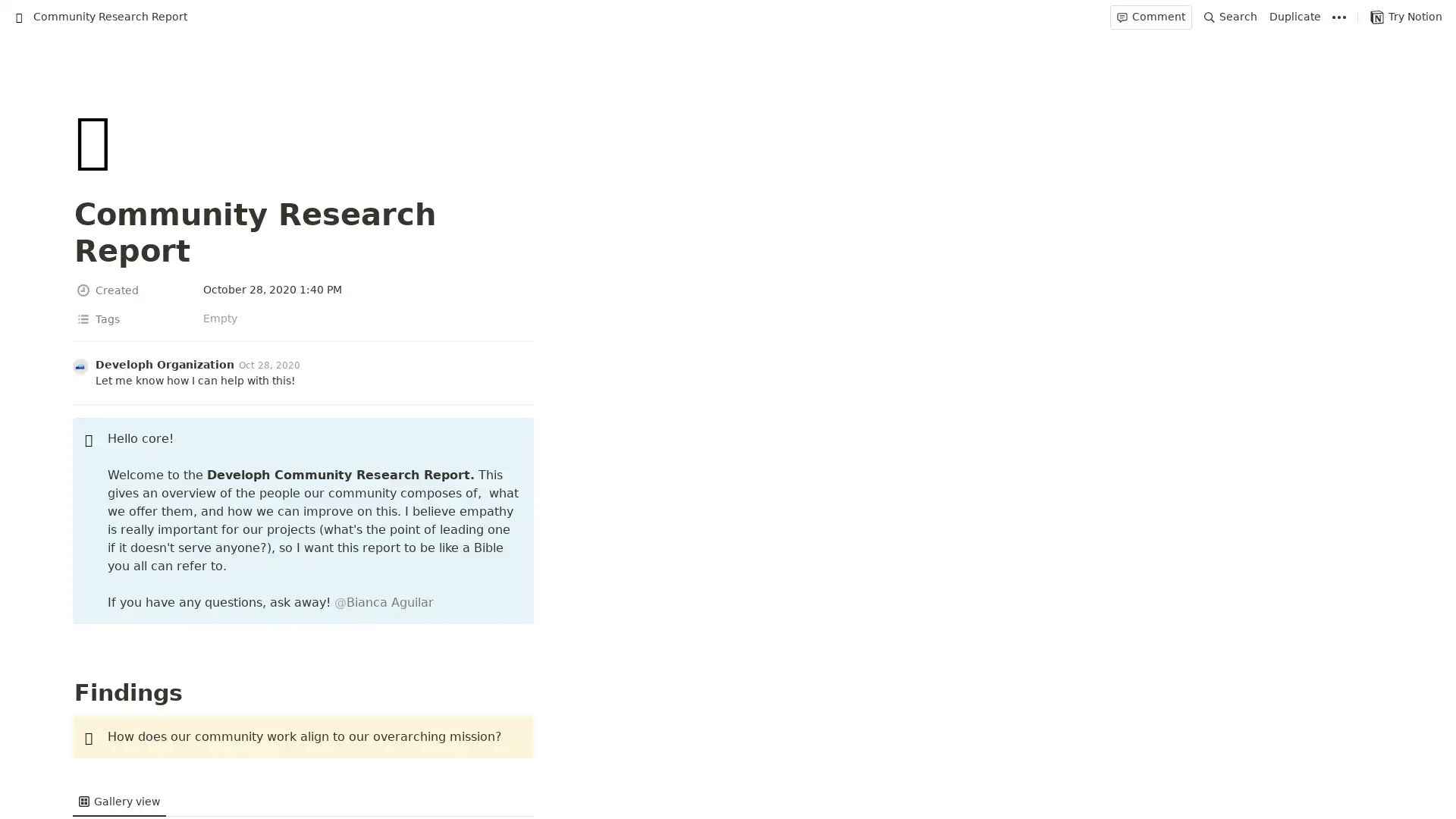 The width and height of the screenshot is (1456, 819). Describe the element at coordinates (1294, 17) in the screenshot. I see `Duplicate` at that location.